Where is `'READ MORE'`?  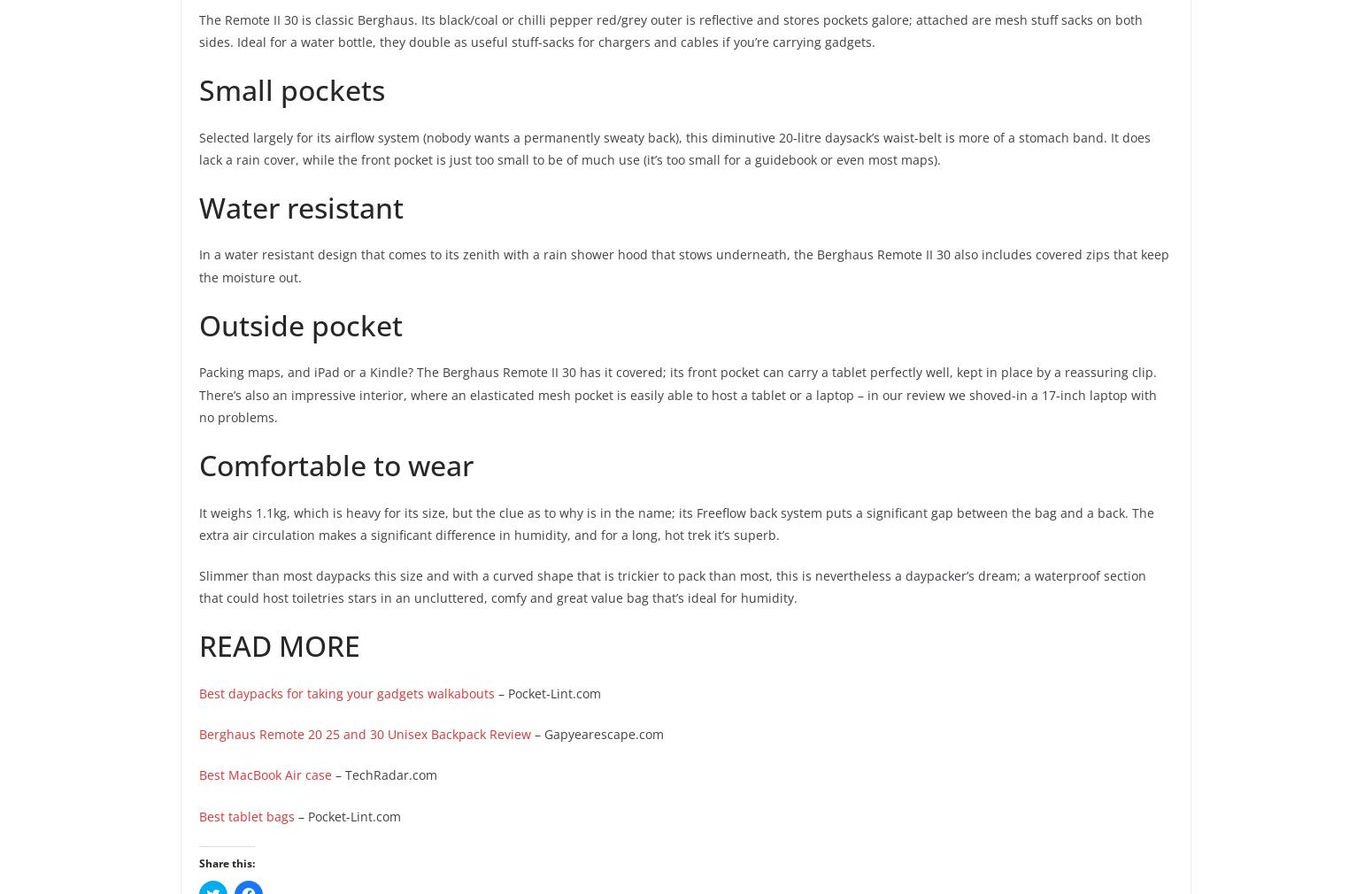
'READ MORE' is located at coordinates (198, 644).